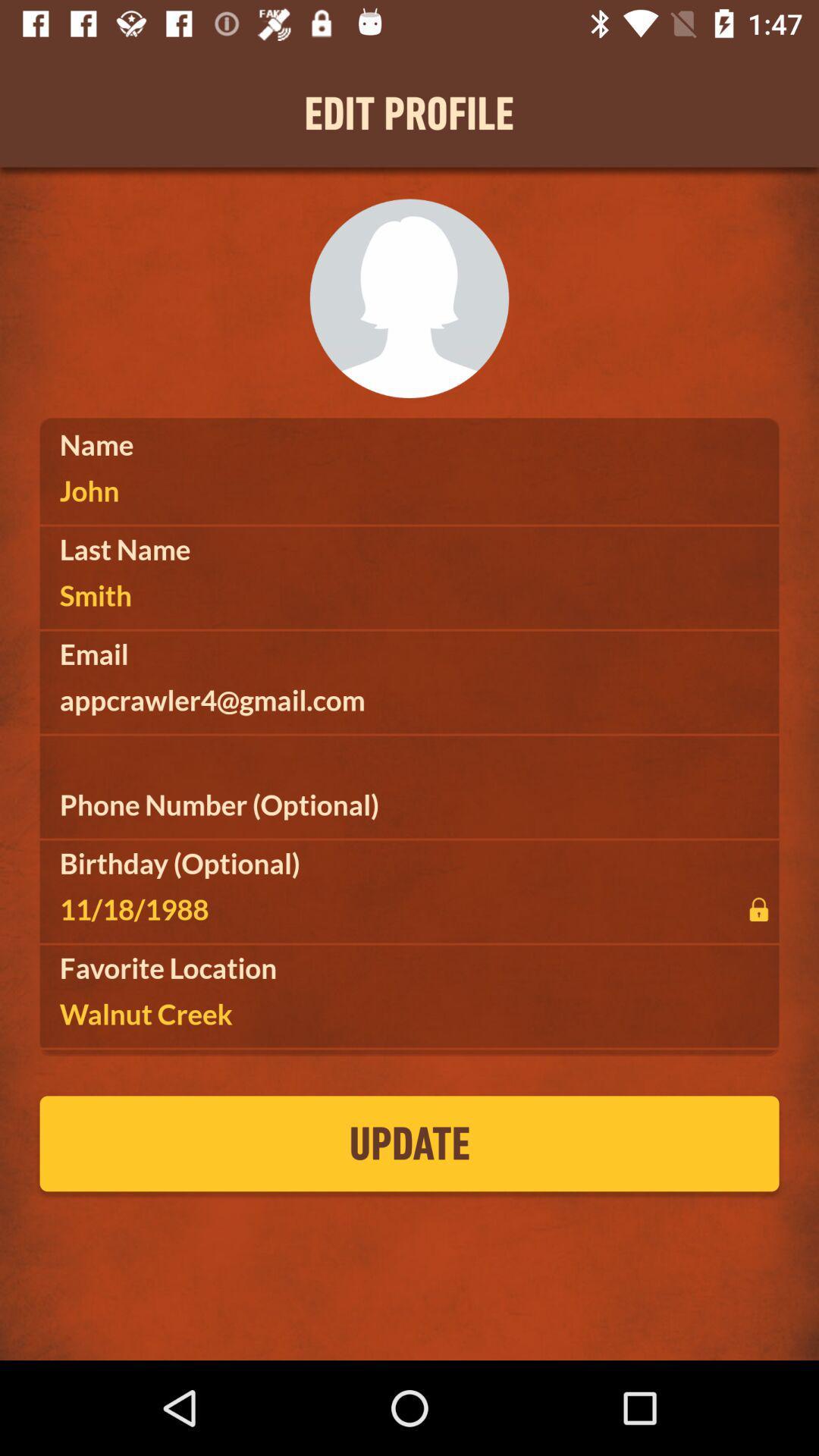 This screenshot has height=1456, width=819. What do you see at coordinates (409, 804) in the screenshot?
I see `phone number` at bounding box center [409, 804].